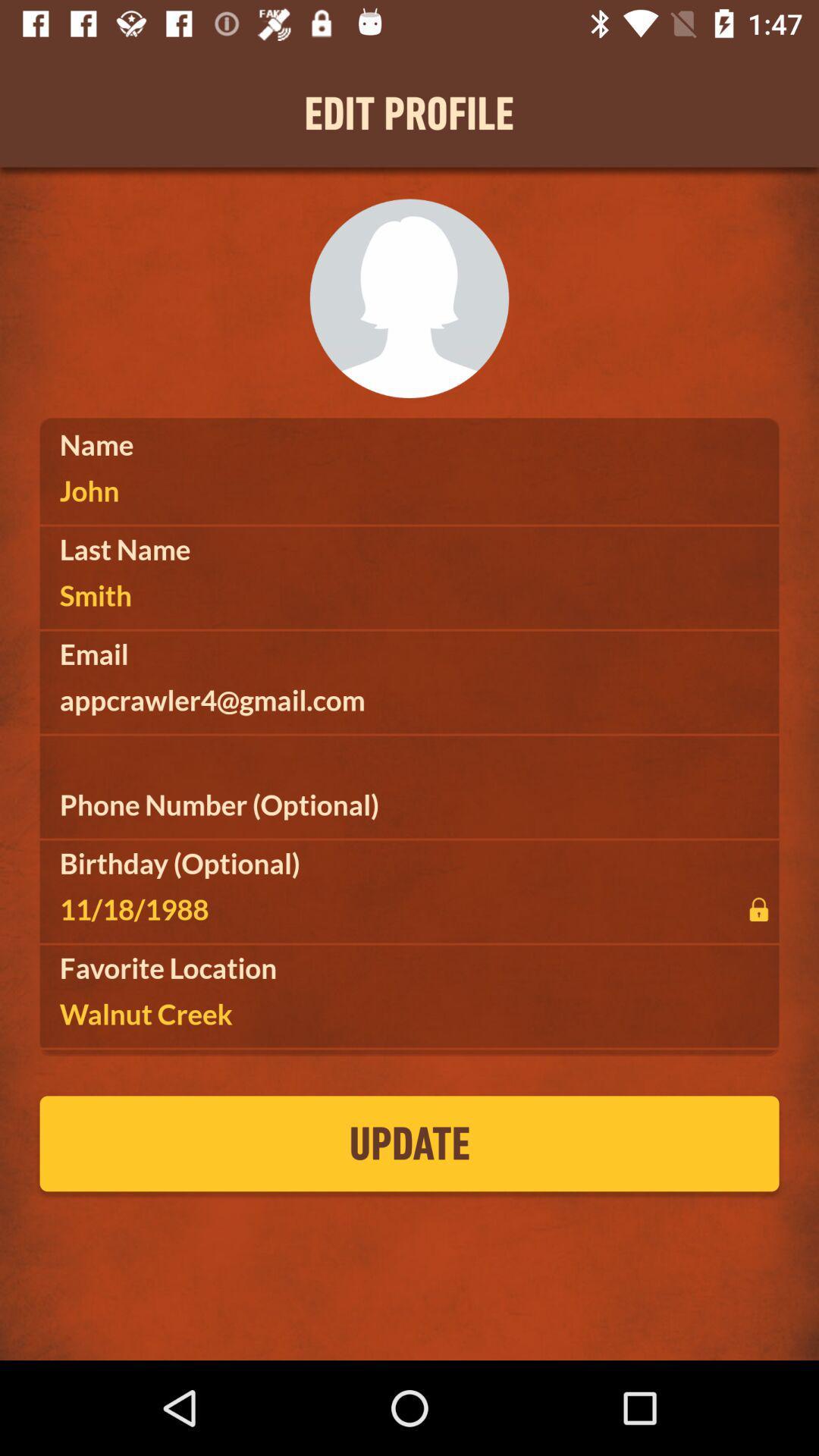 This screenshot has height=1456, width=819. What do you see at coordinates (409, 804) in the screenshot?
I see `phone number` at bounding box center [409, 804].